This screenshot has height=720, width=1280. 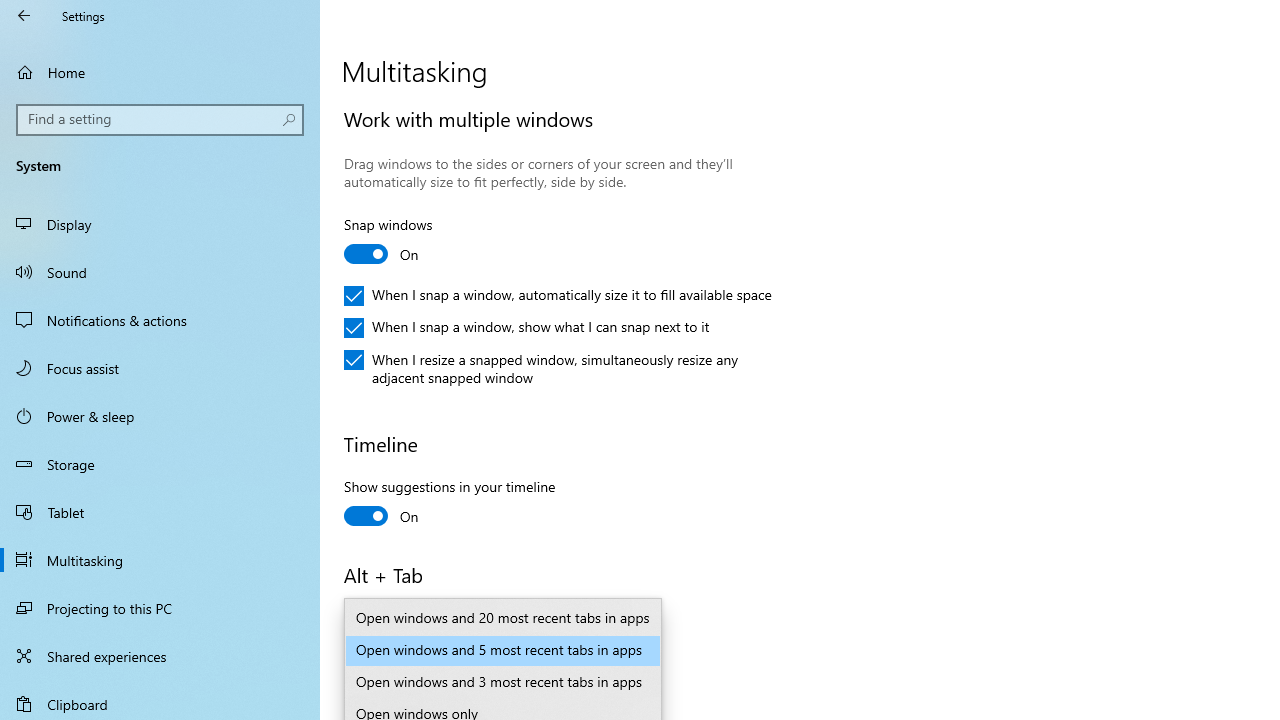 What do you see at coordinates (160, 71) in the screenshot?
I see `'Home'` at bounding box center [160, 71].